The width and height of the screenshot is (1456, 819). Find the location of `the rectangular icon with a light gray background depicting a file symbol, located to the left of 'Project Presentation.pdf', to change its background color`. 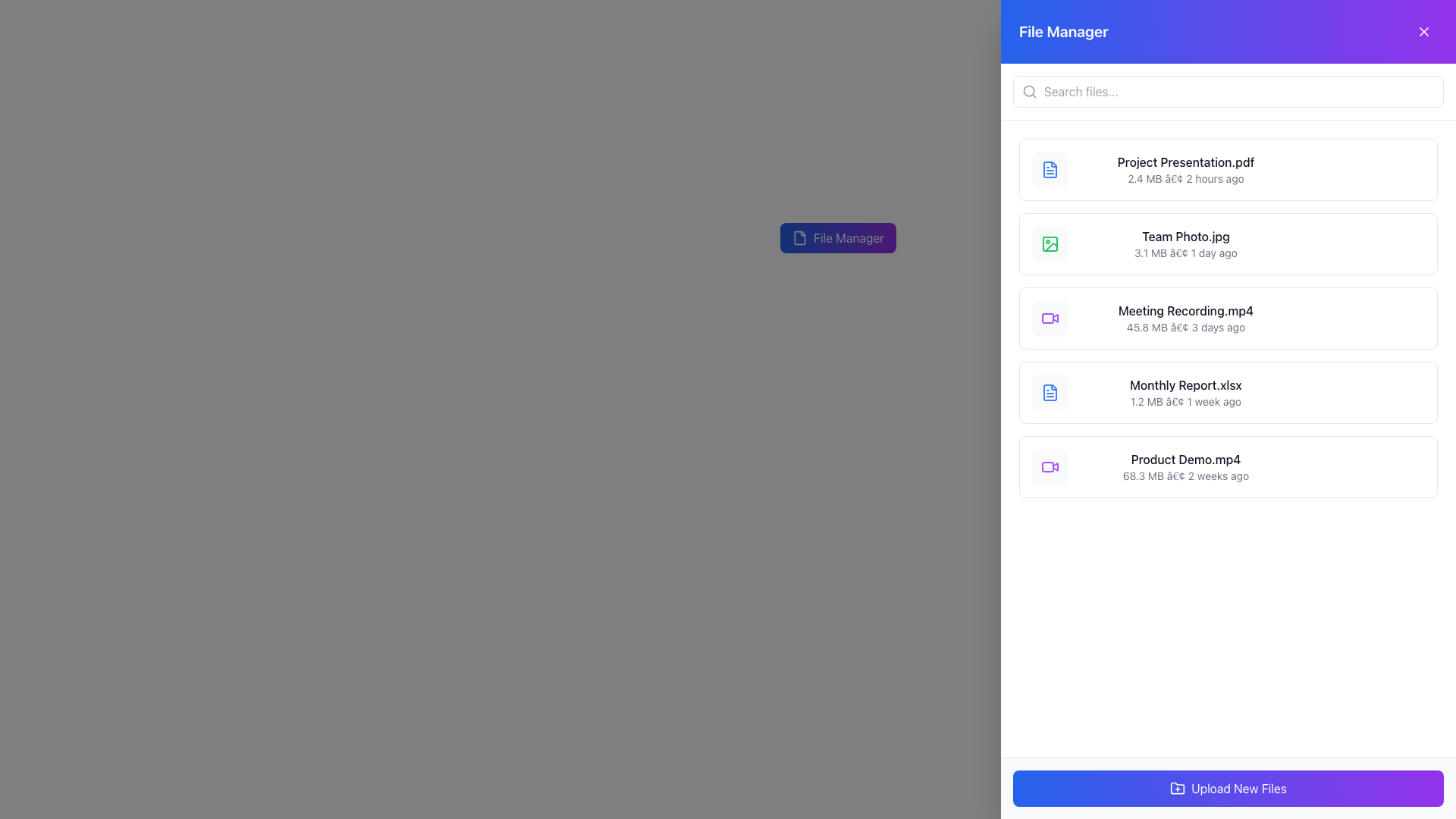

the rectangular icon with a light gray background depicting a file symbol, located to the left of 'Project Presentation.pdf', to change its background color is located at coordinates (1050, 169).